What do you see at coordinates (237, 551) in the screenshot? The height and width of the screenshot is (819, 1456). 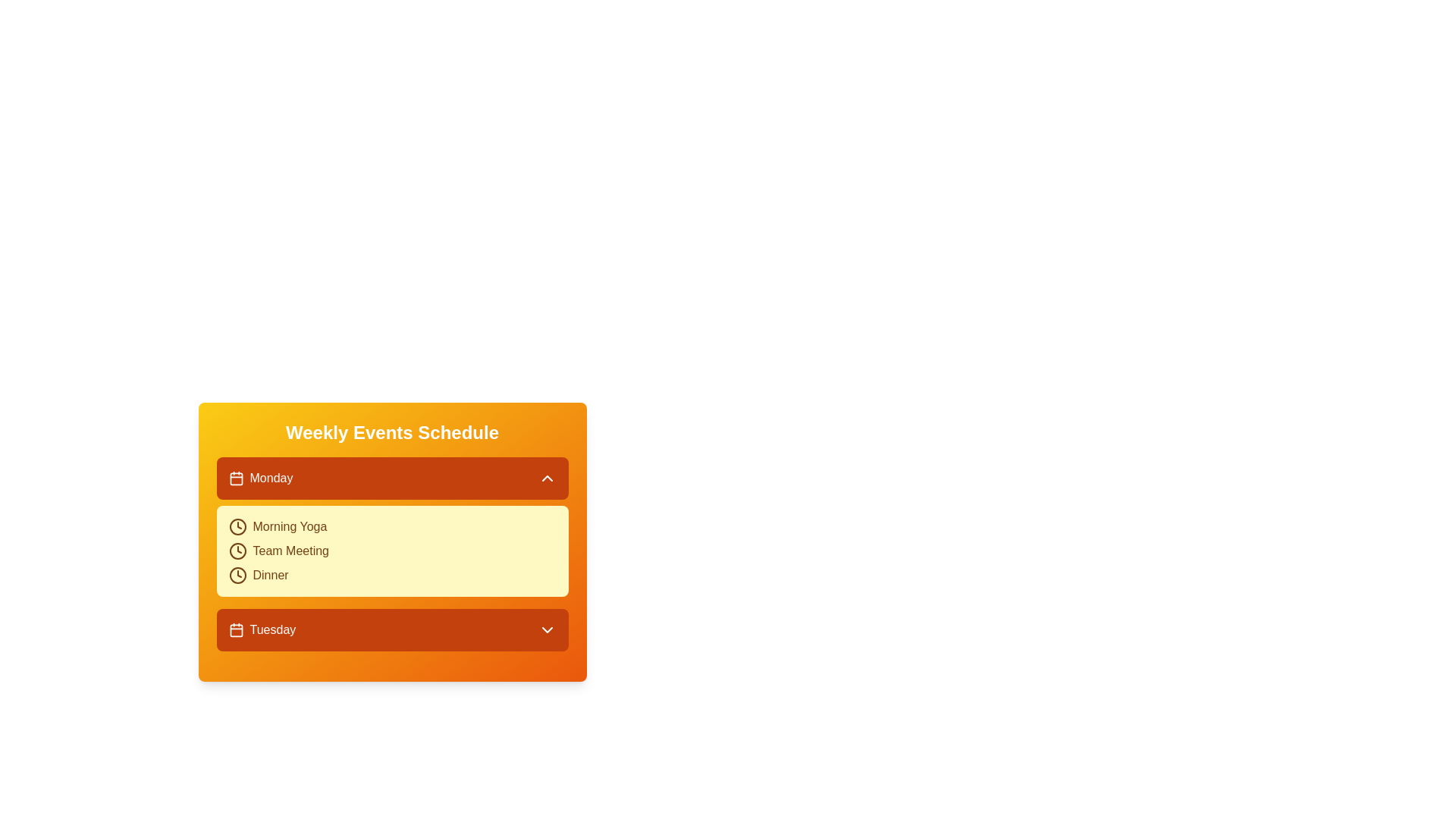 I see `the clock icon for the Team Meeting event` at bounding box center [237, 551].